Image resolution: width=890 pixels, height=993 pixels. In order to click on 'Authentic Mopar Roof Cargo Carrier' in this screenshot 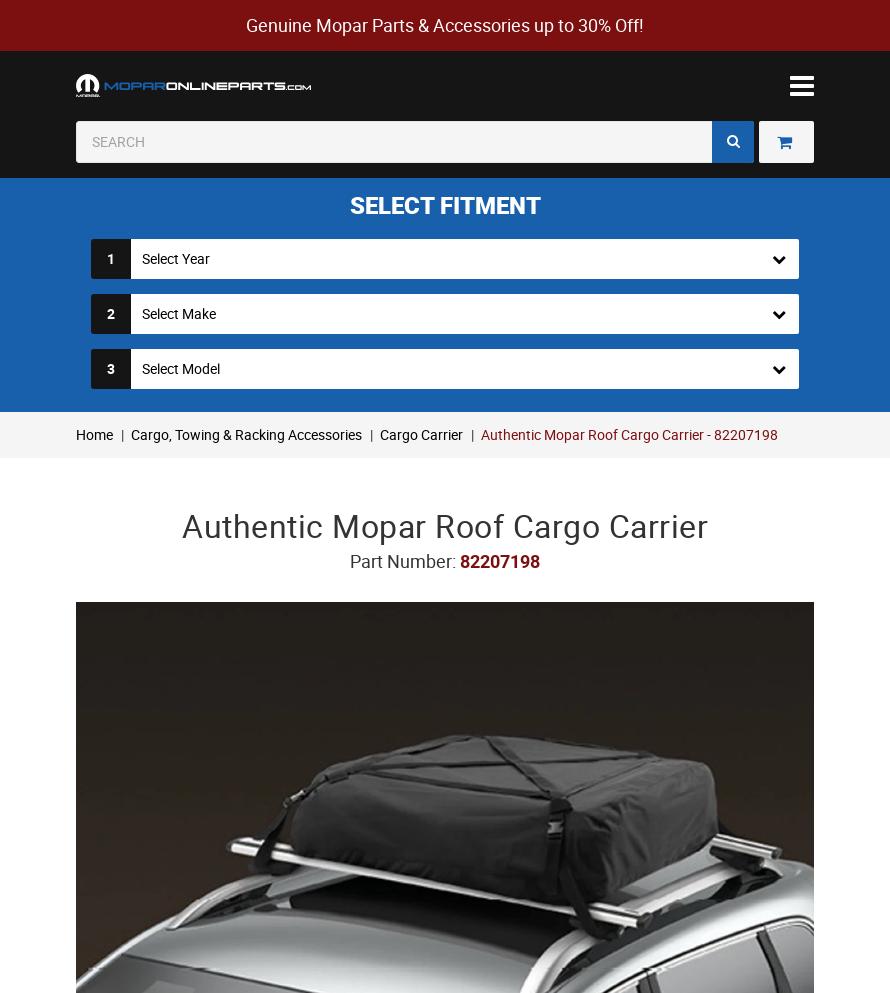, I will do `click(445, 524)`.